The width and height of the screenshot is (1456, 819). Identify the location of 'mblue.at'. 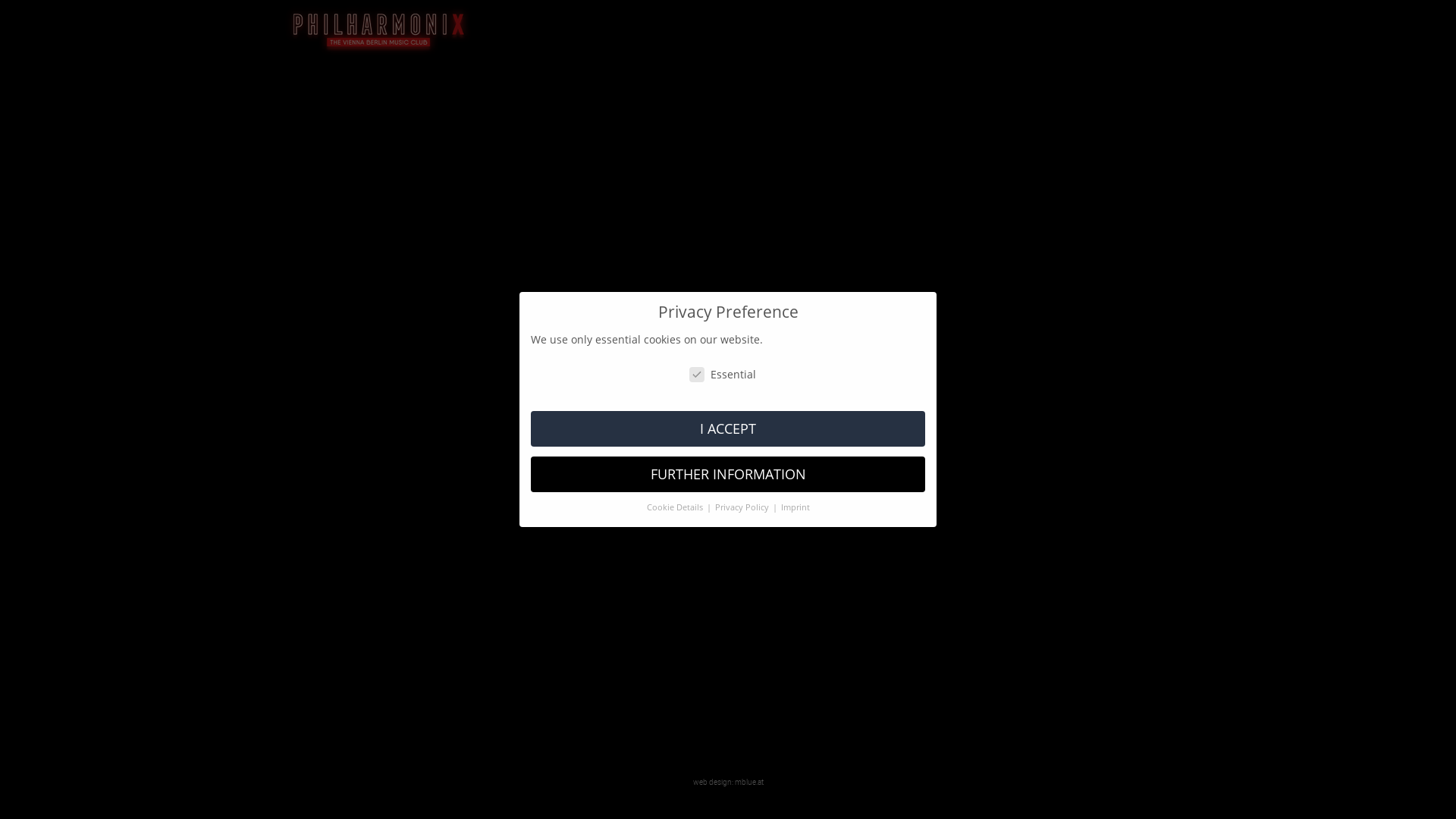
(748, 781).